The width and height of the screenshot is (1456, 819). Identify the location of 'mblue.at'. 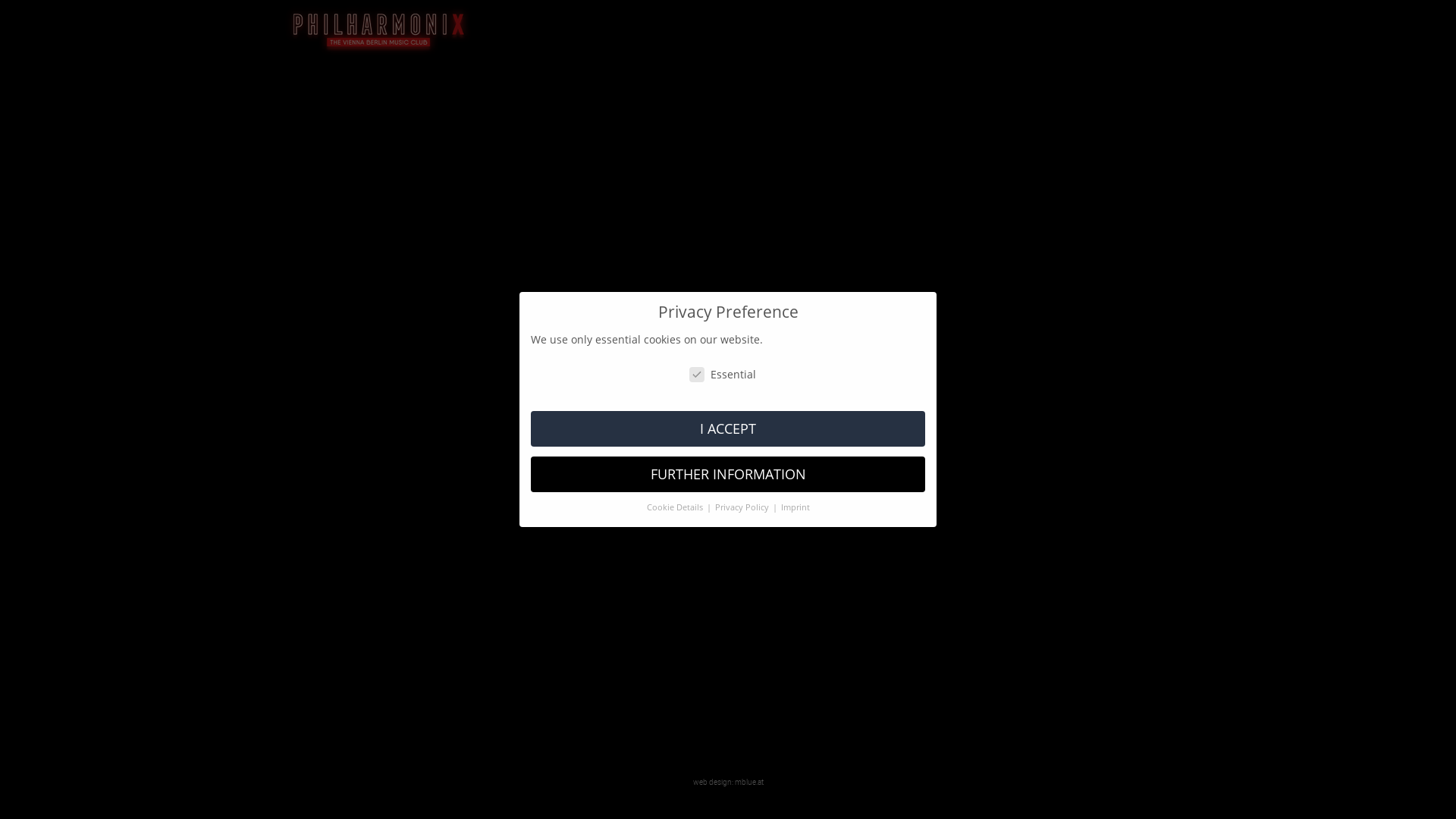
(748, 781).